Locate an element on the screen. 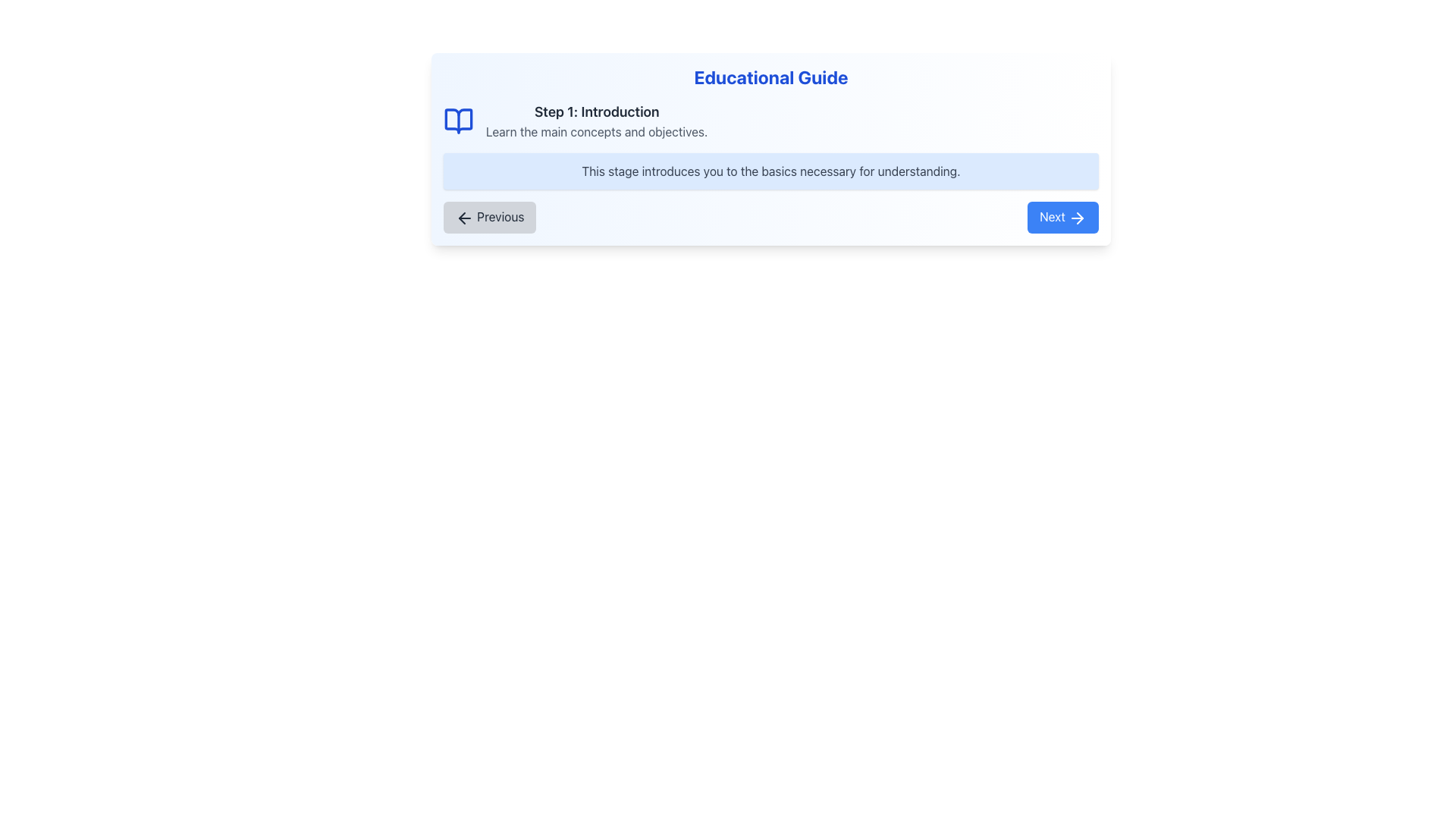 The width and height of the screenshot is (1456, 819). the right half of the open book icon in the top left corner of the interface, which represents the Educational Guide is located at coordinates (457, 120).